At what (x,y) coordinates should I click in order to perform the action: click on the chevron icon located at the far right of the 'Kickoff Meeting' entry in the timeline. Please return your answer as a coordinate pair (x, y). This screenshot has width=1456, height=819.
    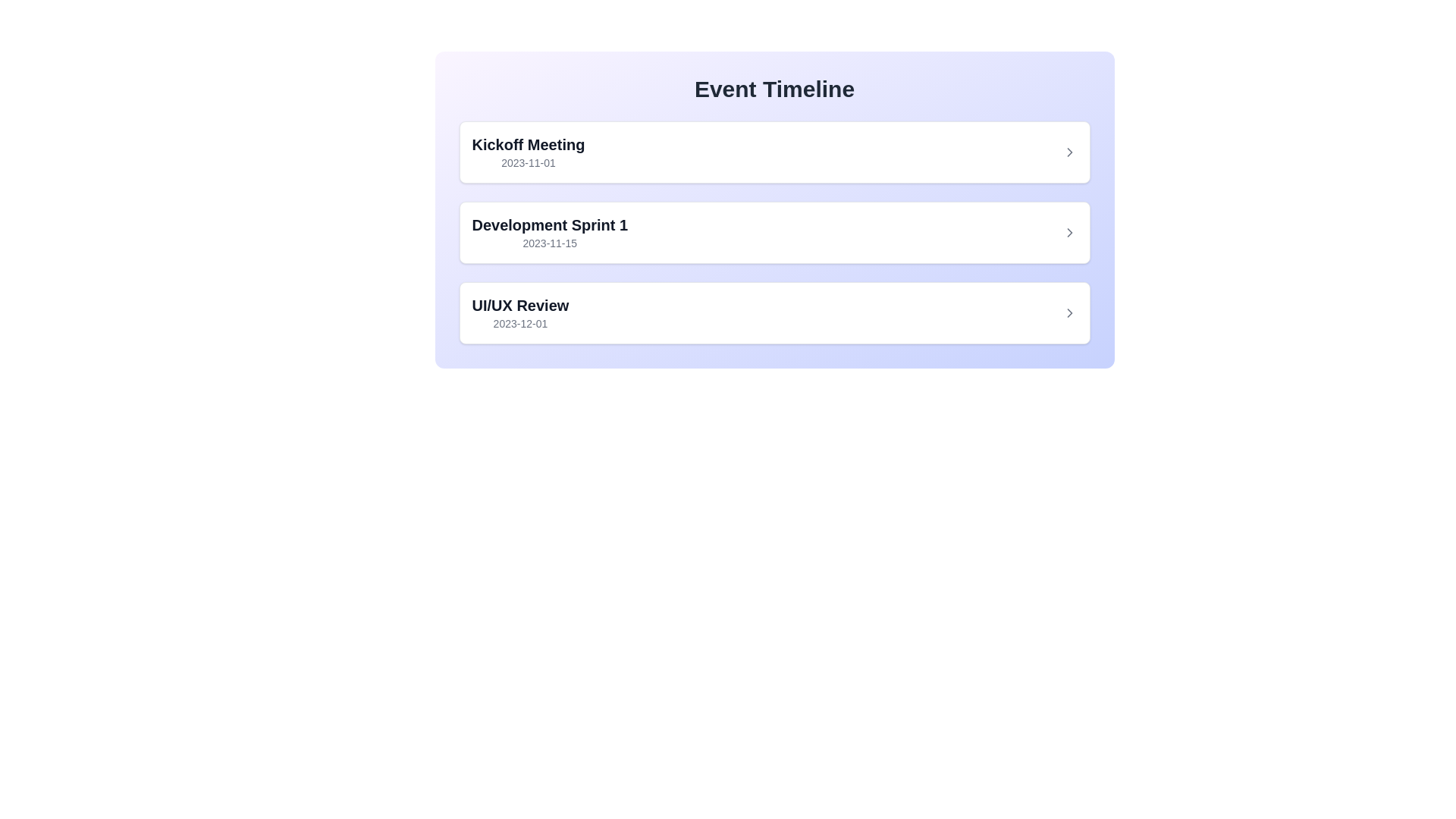
    Looking at the image, I should click on (1068, 152).